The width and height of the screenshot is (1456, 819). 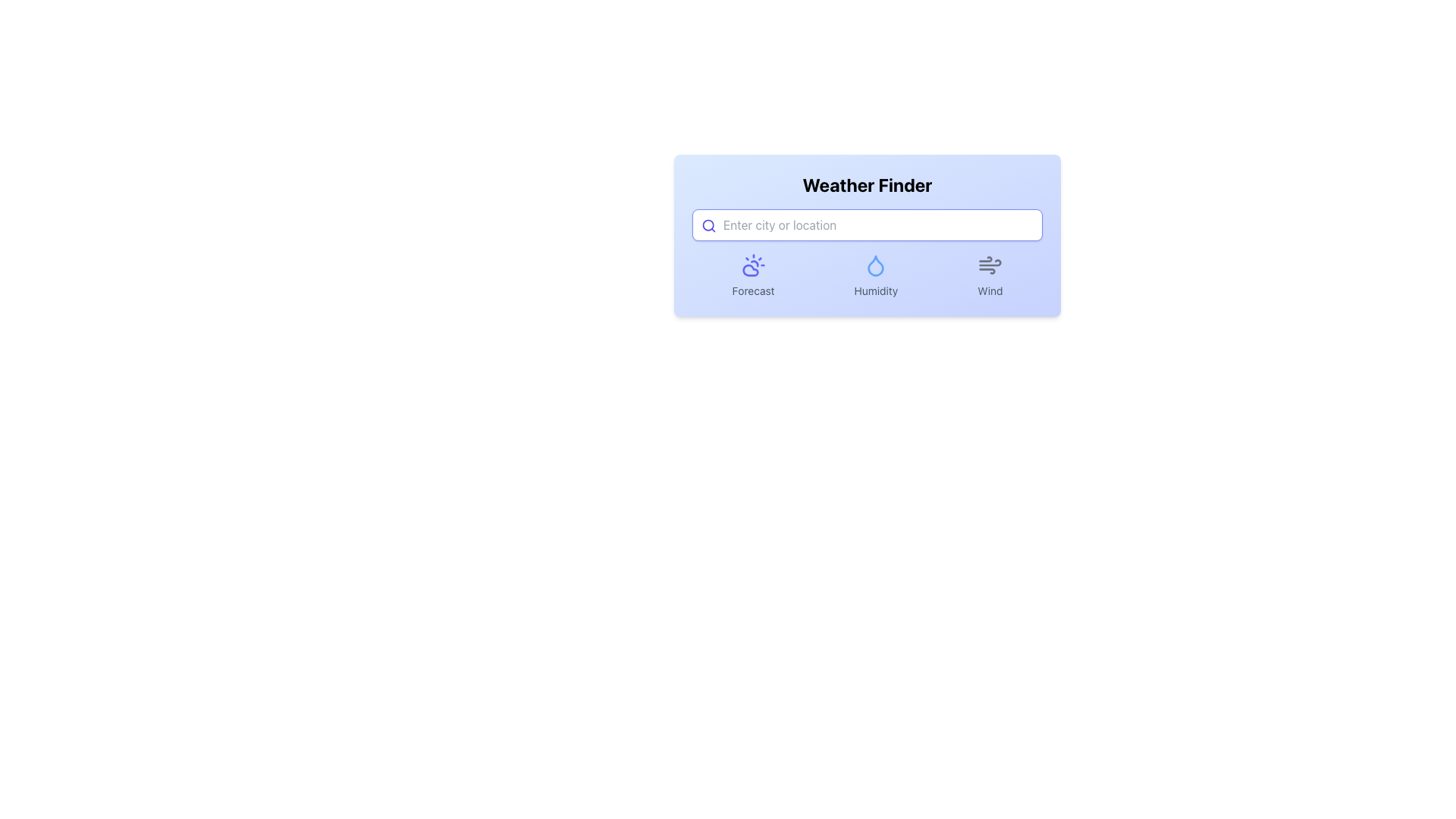 What do you see at coordinates (876, 291) in the screenshot?
I see `the humidity information text label located in the second column, directly below the droplet icon` at bounding box center [876, 291].